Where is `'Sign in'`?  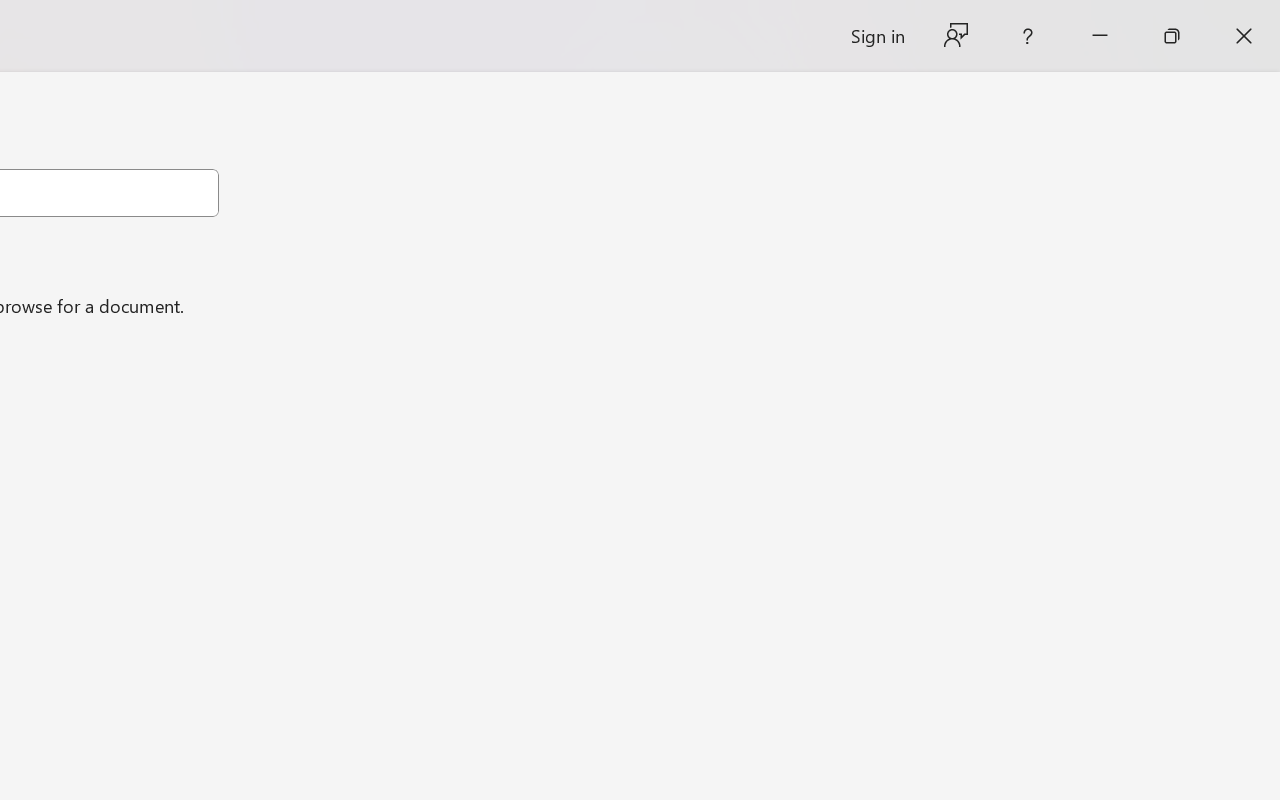 'Sign in' is located at coordinates (876, 34).